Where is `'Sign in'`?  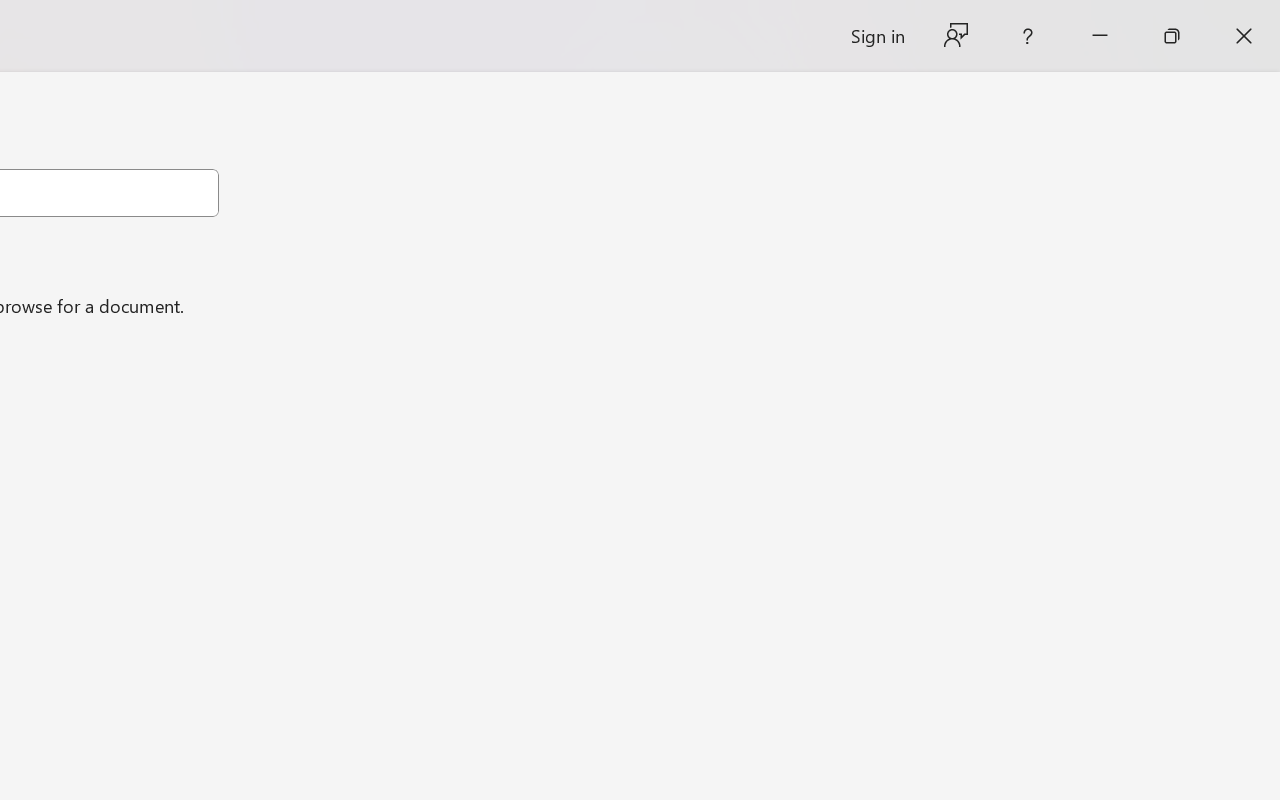 'Sign in' is located at coordinates (876, 34).